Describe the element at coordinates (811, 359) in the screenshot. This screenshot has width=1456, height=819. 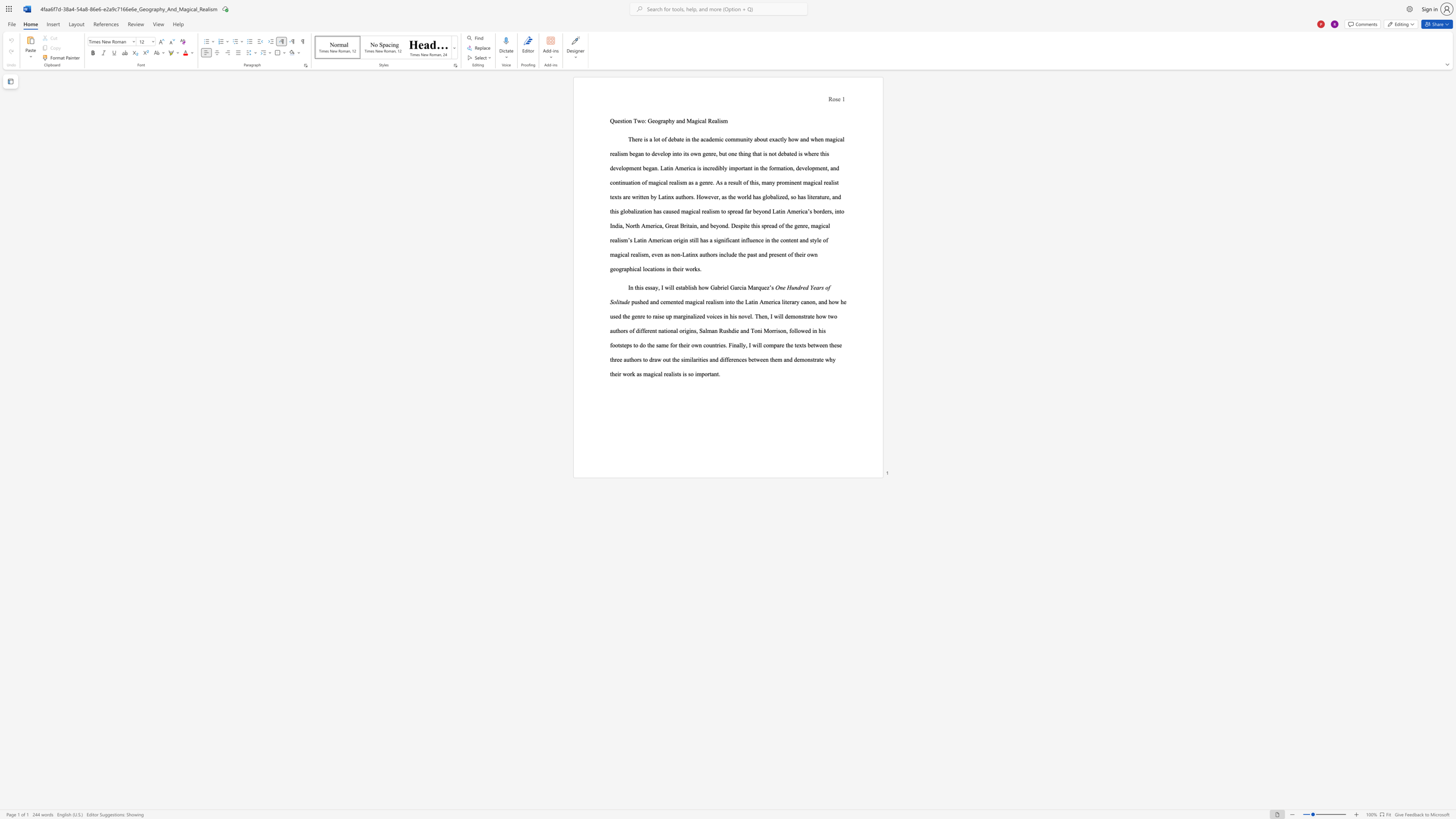
I see `the subset text "str" within the text "demonstrate"` at that location.